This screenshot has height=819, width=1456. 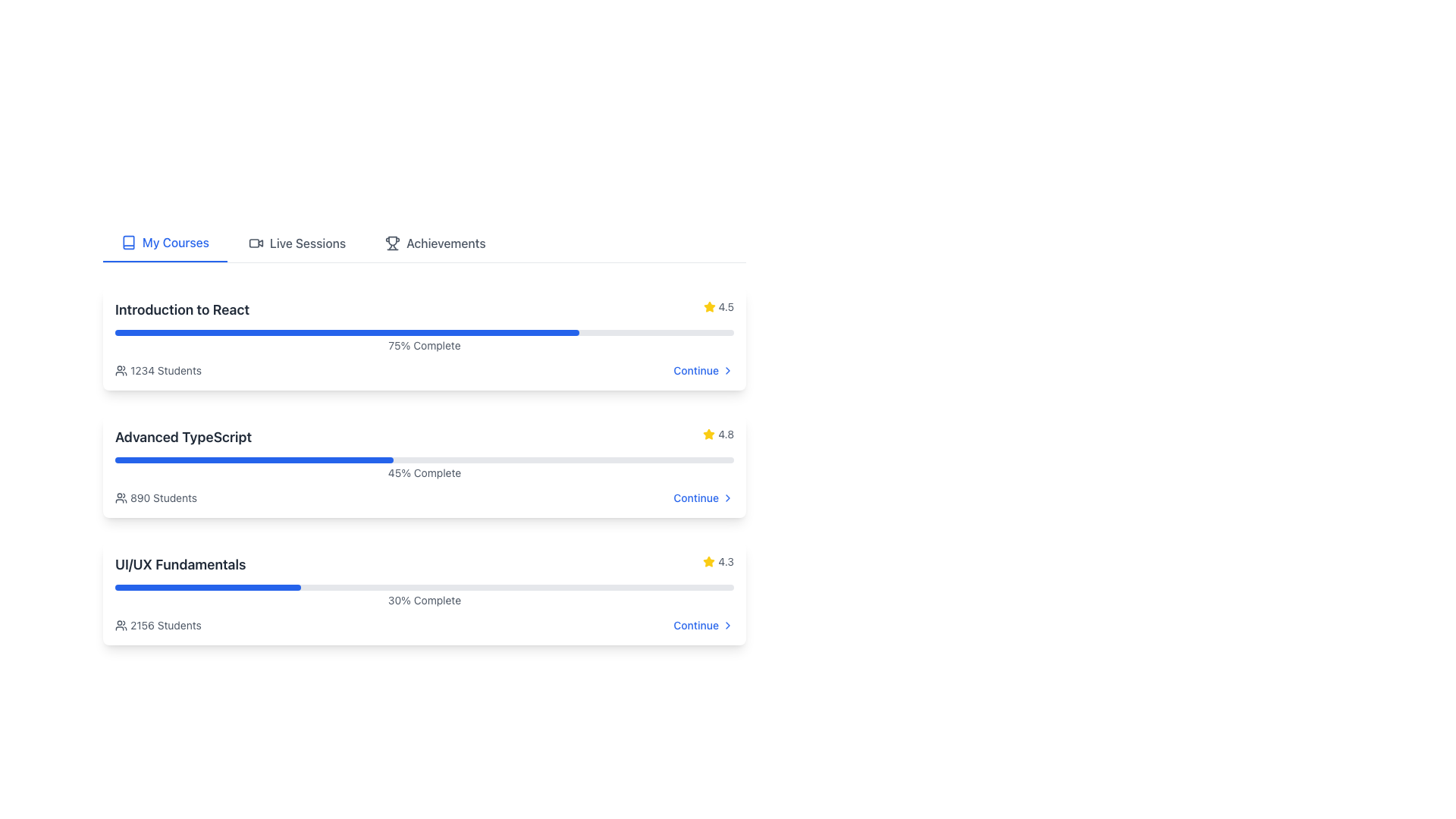 What do you see at coordinates (708, 435) in the screenshot?
I see `the star rating icon located in the upper-right corner of the second course card to interact with it` at bounding box center [708, 435].